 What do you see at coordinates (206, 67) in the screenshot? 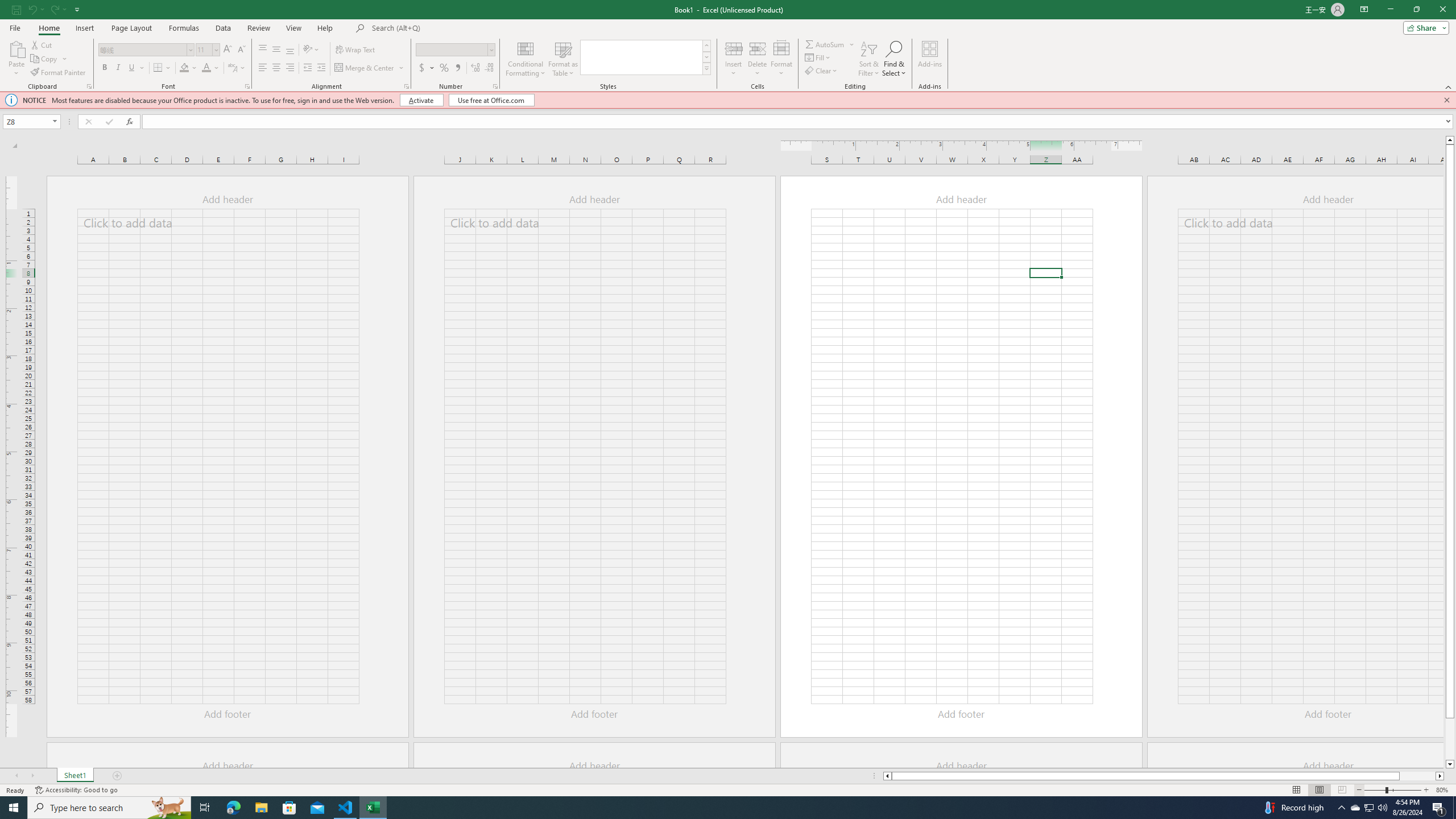
I see `'Font Color'` at bounding box center [206, 67].